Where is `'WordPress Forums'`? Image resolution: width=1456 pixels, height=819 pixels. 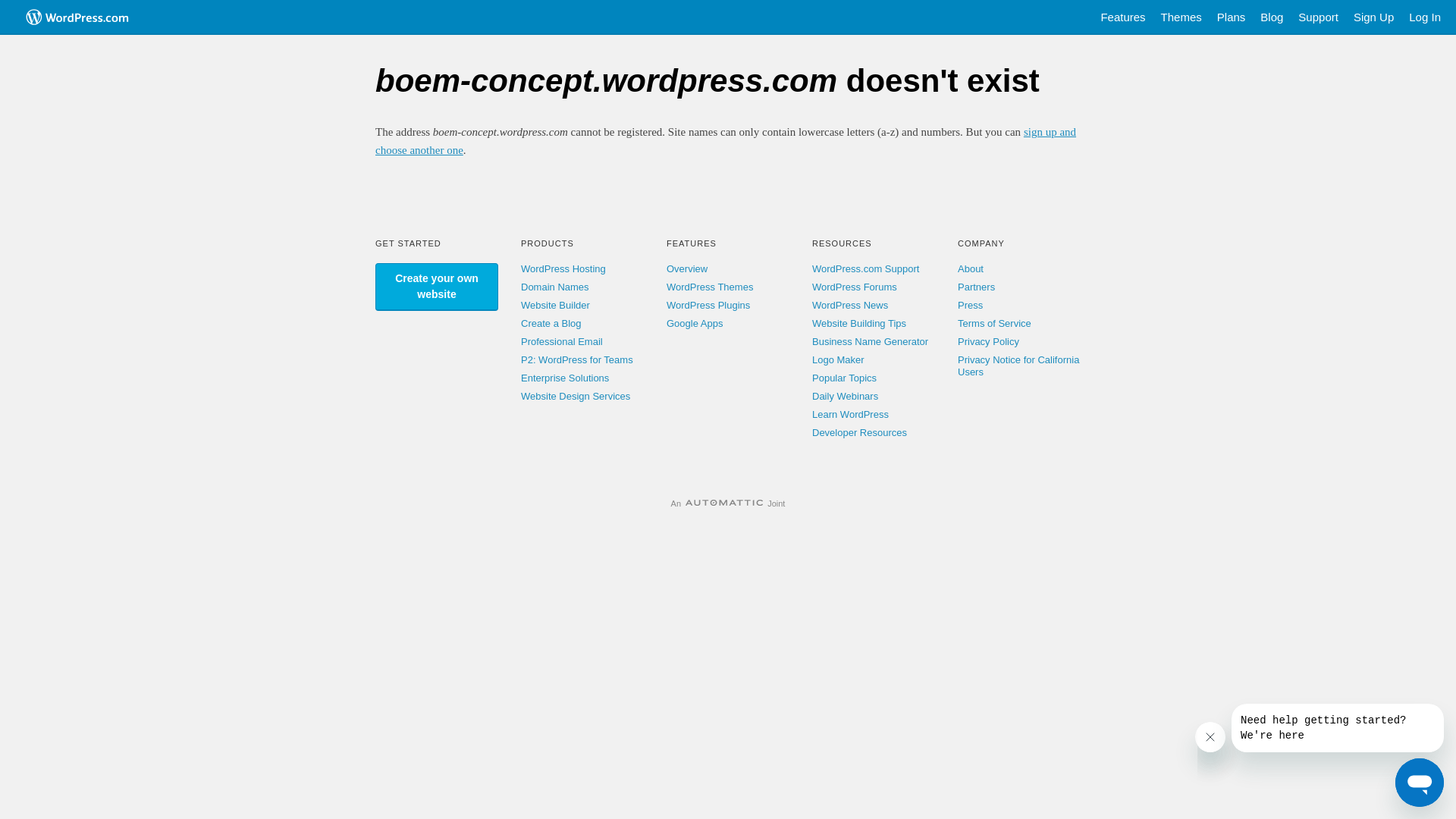
'WordPress Forums' is located at coordinates (855, 287).